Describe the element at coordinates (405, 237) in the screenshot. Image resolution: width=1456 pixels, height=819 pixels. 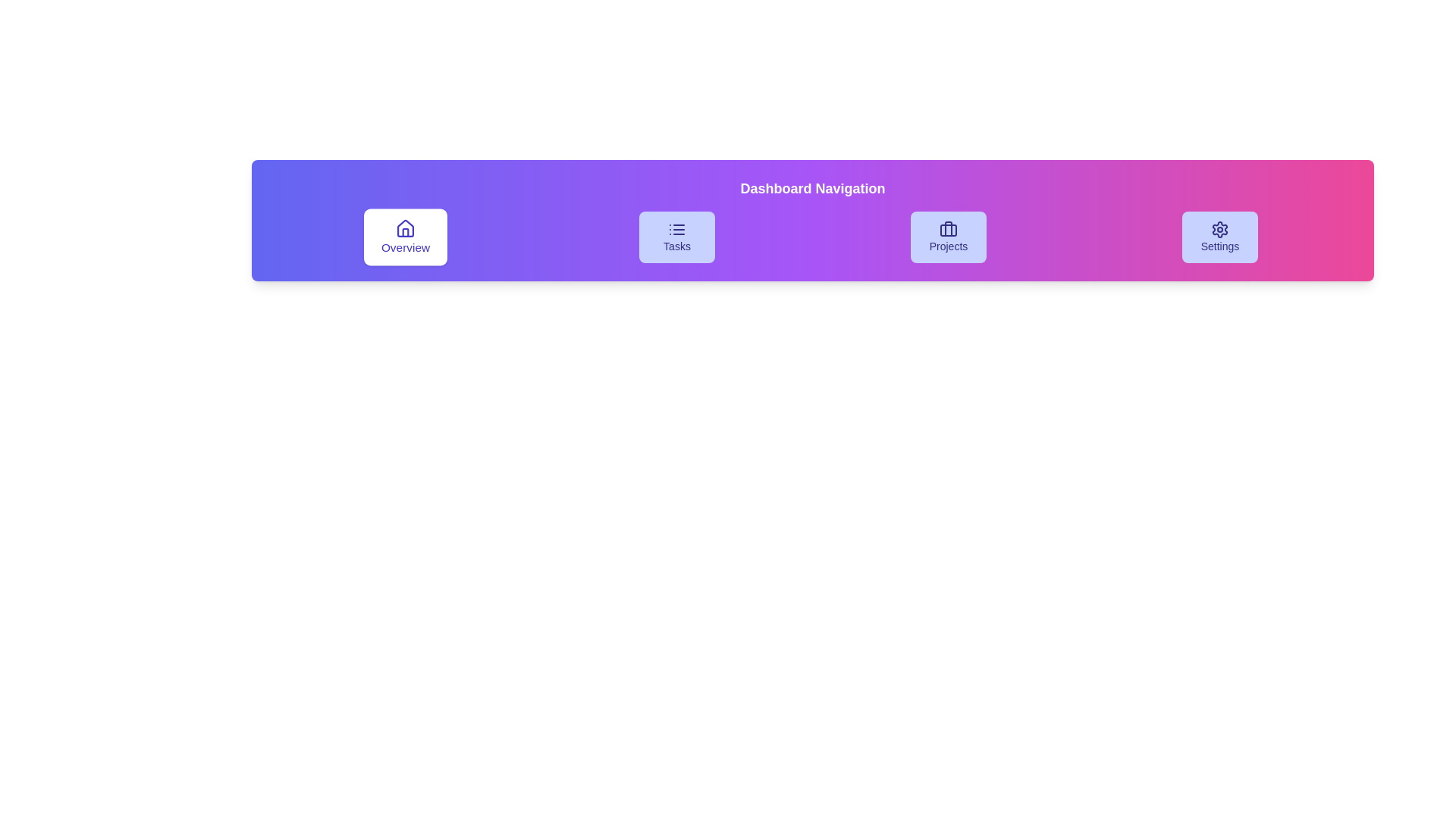
I see `the Overview button to navigate to the corresponding section` at that location.